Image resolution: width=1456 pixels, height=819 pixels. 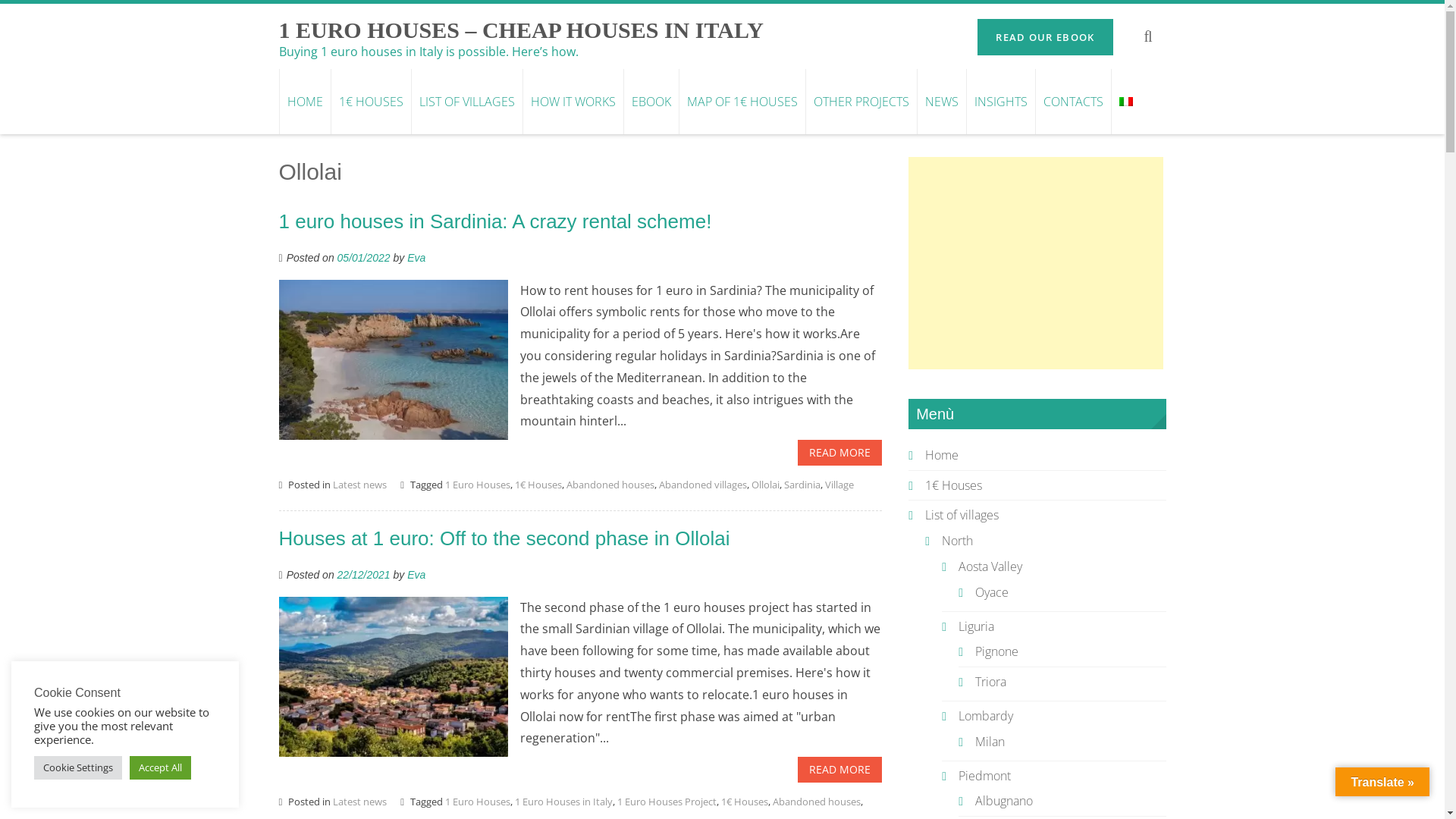 I want to click on 'Lombardy', so click(x=957, y=716).